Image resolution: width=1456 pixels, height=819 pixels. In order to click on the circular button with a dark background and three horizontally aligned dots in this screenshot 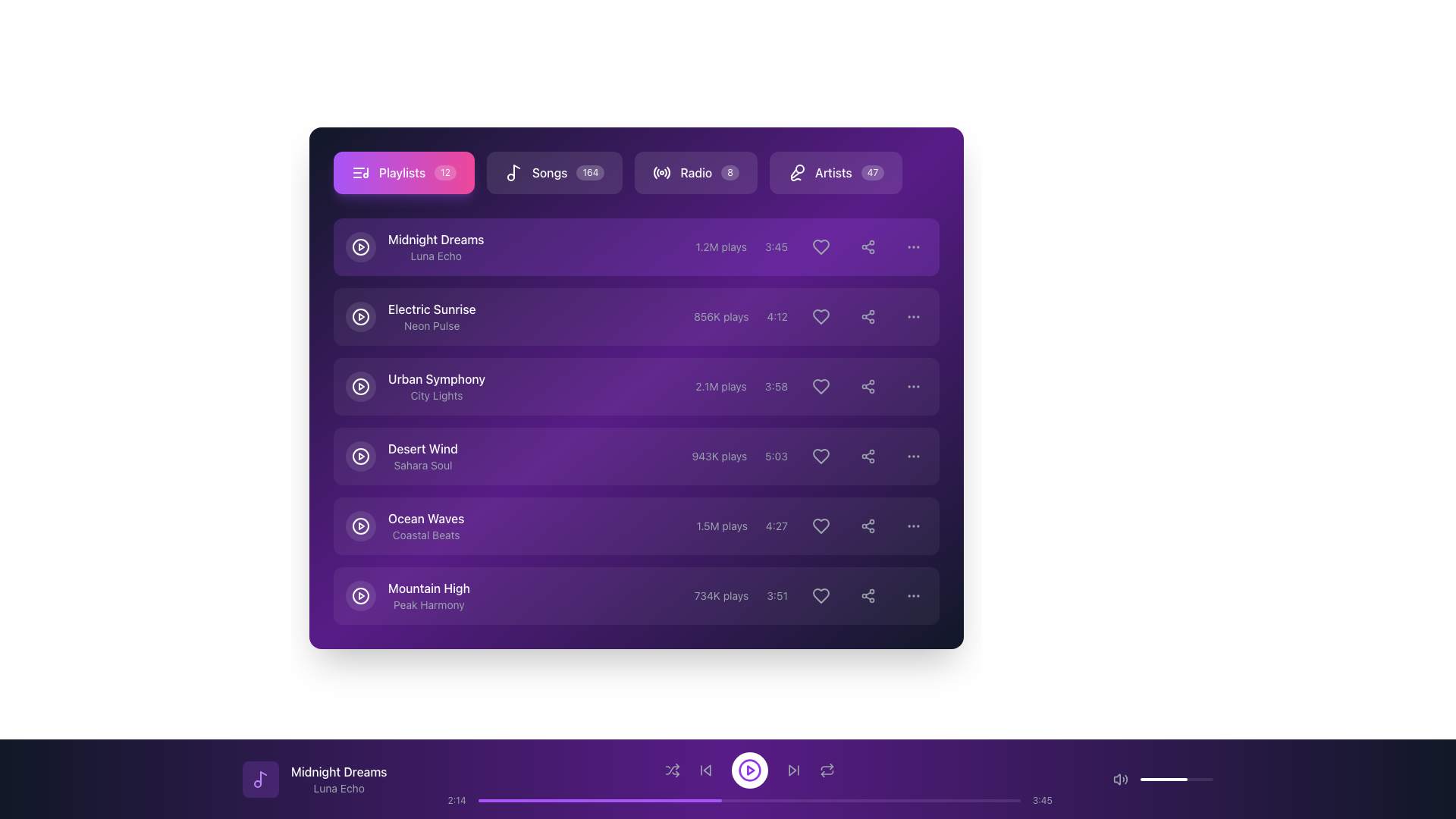, I will do `click(912, 385)`.